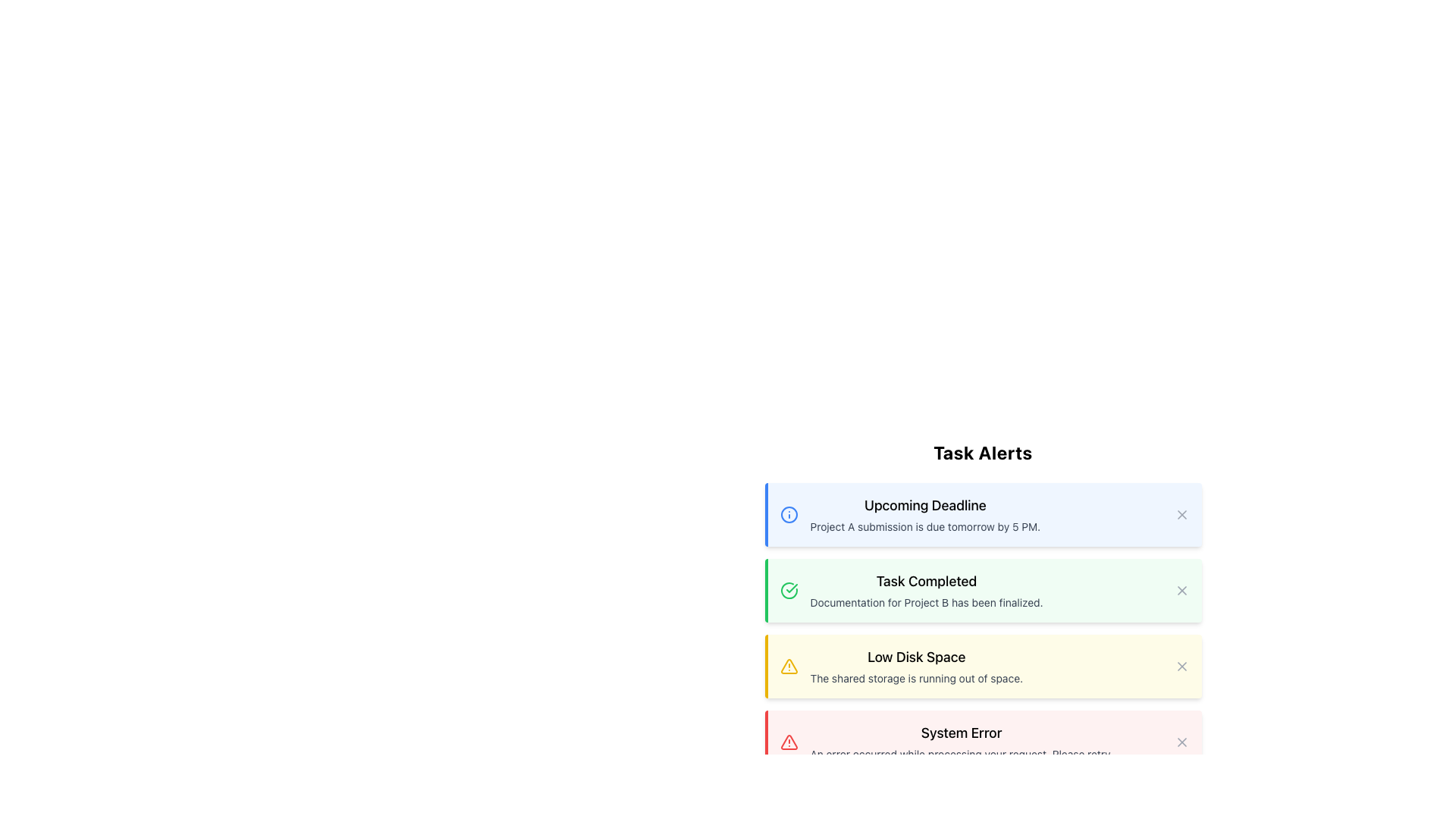 Image resolution: width=1456 pixels, height=819 pixels. I want to click on error message from the Notification Alert Box, which is the fourth alert in the vertical stack under the 'Task Alerts' header, so click(984, 742).